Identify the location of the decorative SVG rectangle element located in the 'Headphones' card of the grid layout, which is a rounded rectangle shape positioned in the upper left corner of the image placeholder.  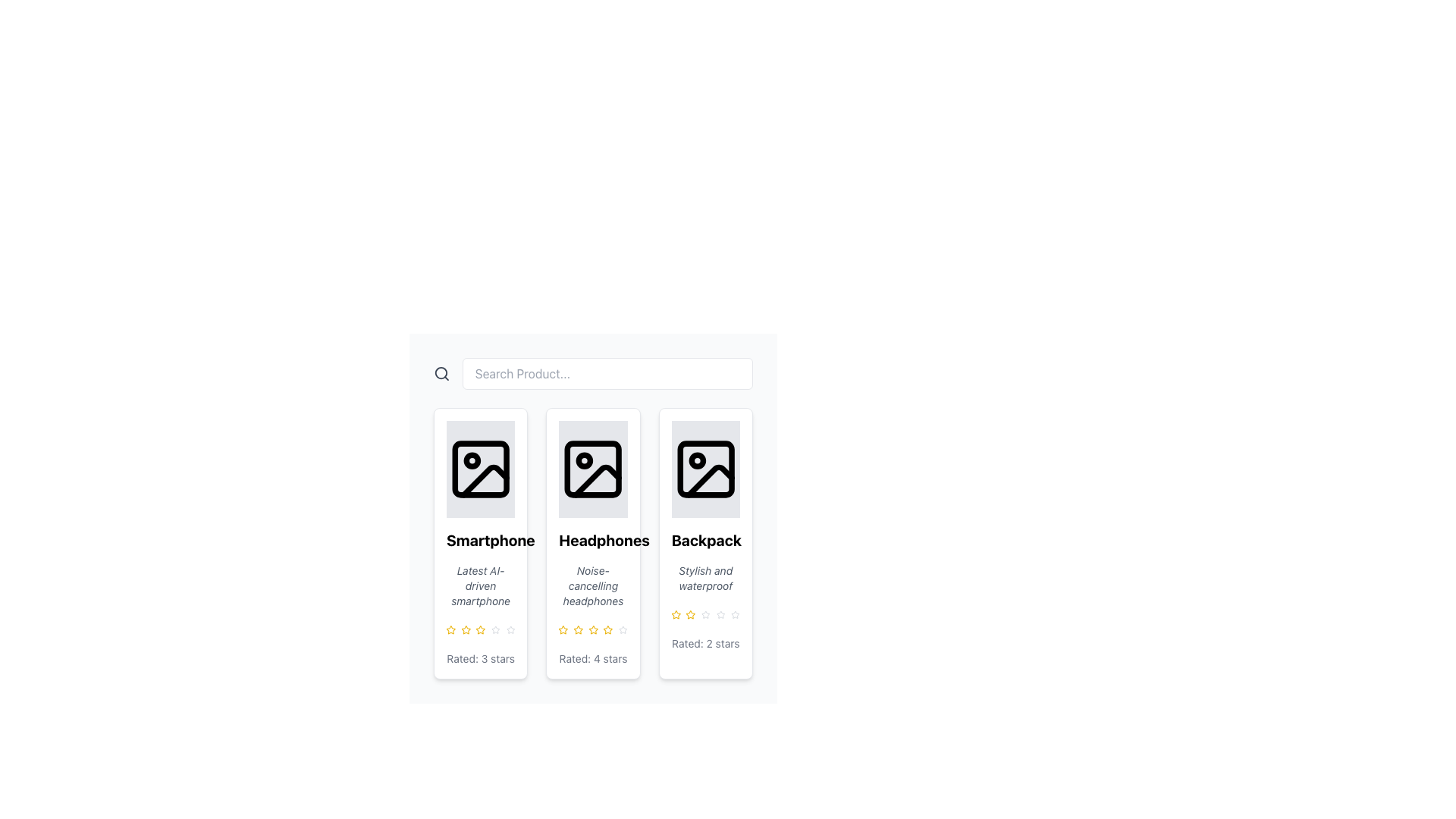
(592, 468).